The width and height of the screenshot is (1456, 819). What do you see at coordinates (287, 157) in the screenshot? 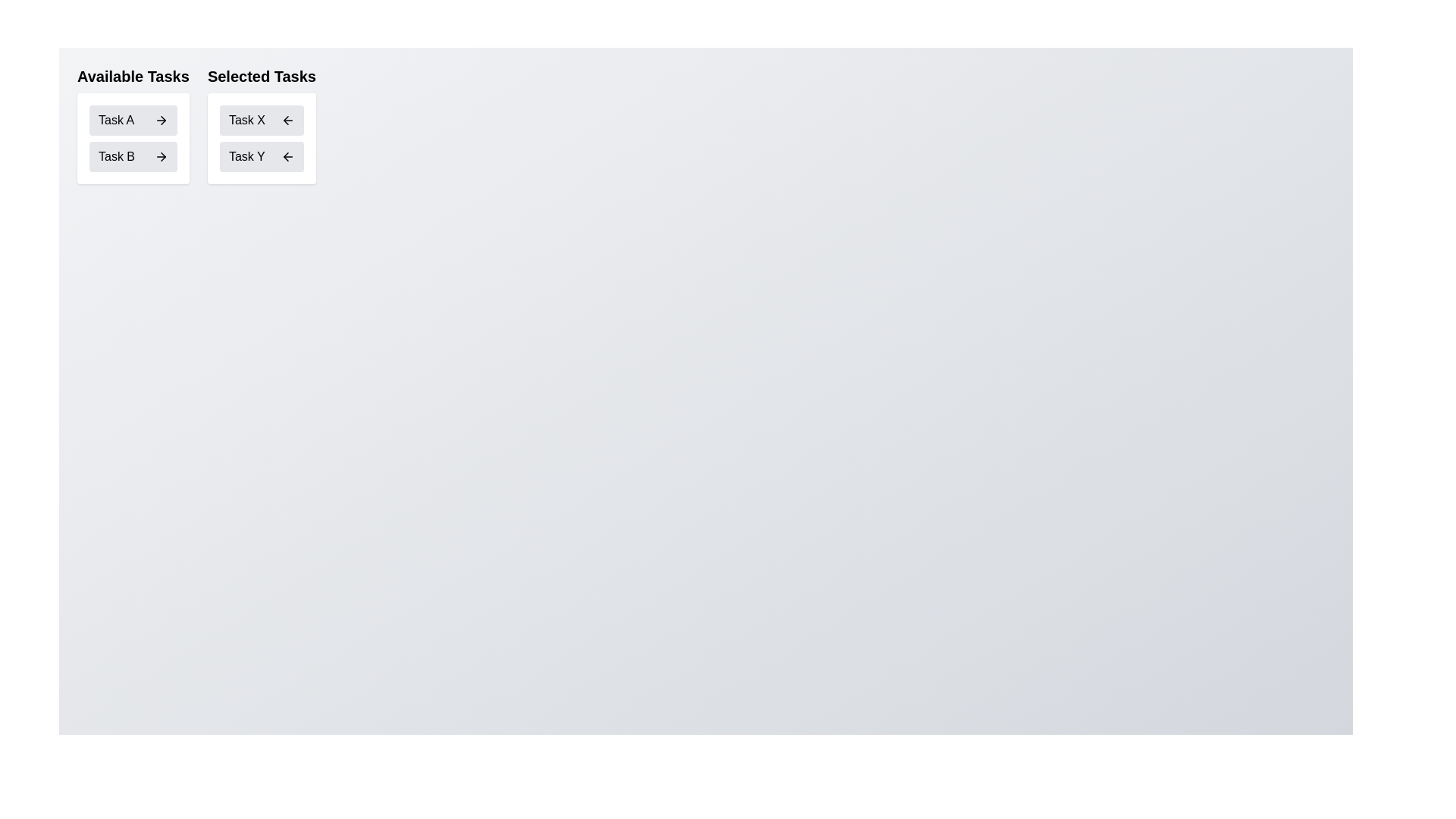
I see `left arrow button next to Task Y in the 'Selected Tasks' list to transfer it to 'Available Tasks'` at bounding box center [287, 157].